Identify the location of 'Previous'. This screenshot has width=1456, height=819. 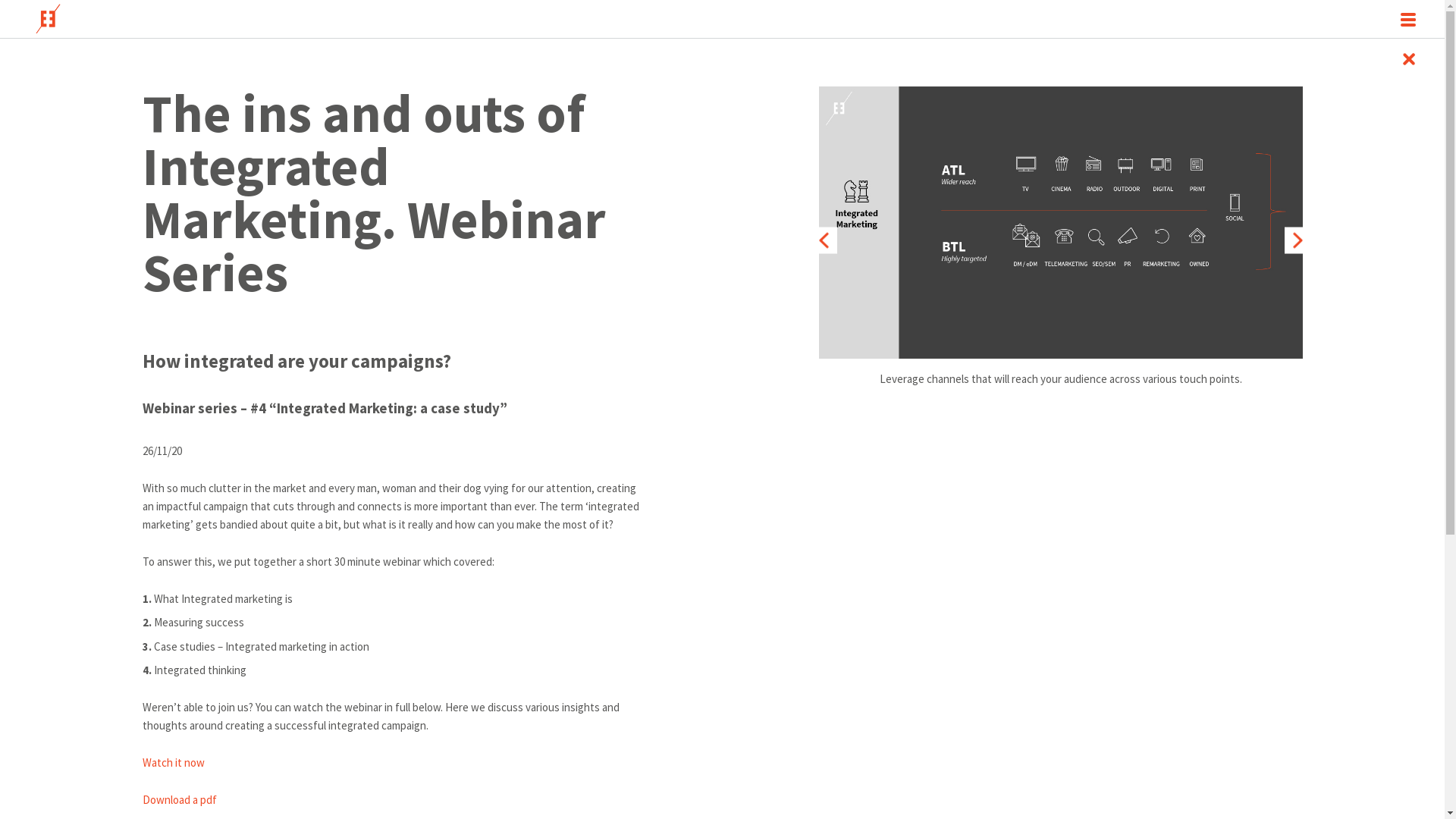
(823, 239).